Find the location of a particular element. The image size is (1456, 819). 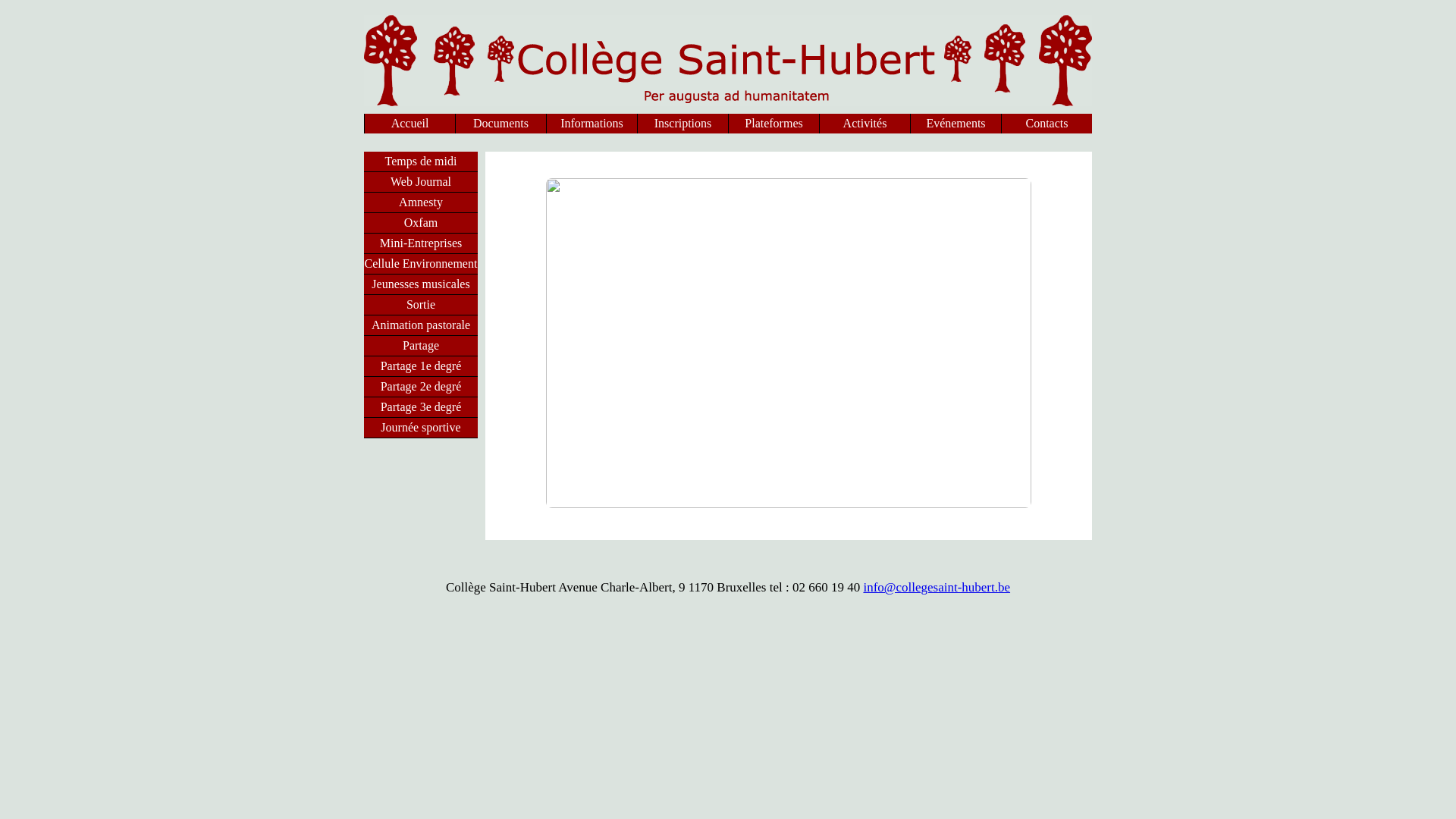

'Cellule Environnement' is located at coordinates (421, 262).